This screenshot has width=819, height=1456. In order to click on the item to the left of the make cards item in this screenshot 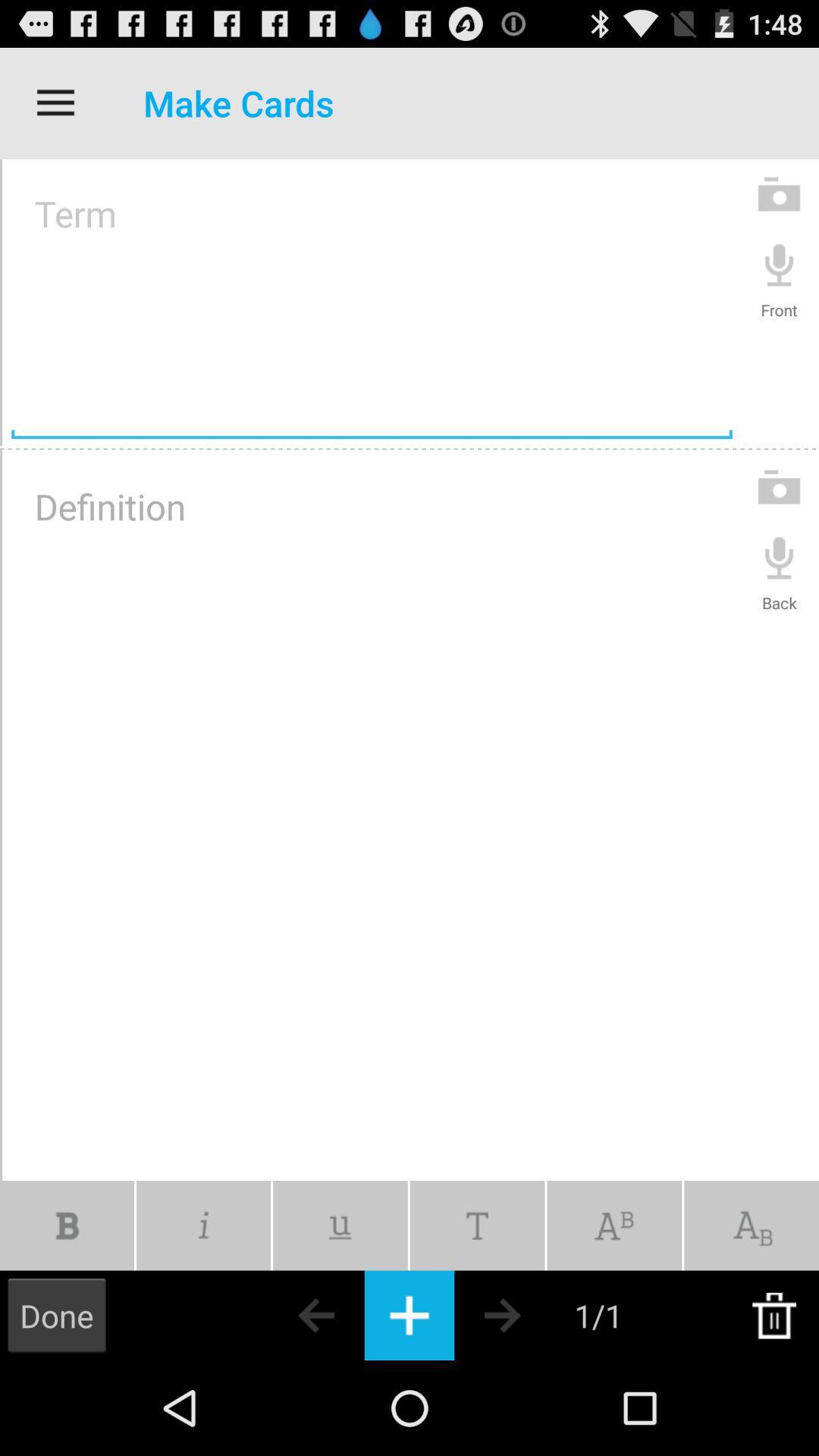, I will do `click(55, 102)`.